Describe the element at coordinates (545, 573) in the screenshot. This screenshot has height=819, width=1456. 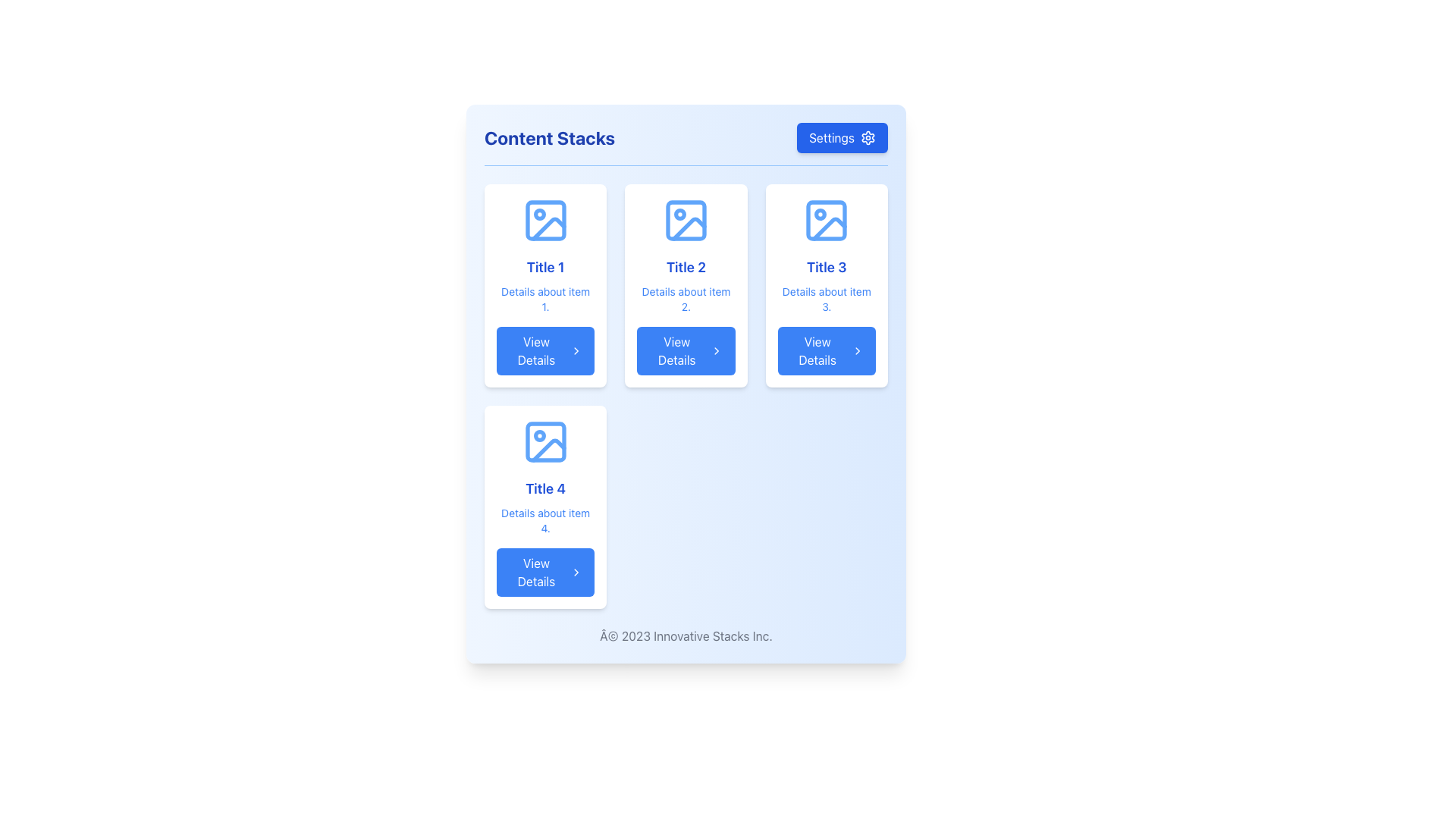
I see `the button located at the bottom section of the card titled 'Title 4'` at that location.